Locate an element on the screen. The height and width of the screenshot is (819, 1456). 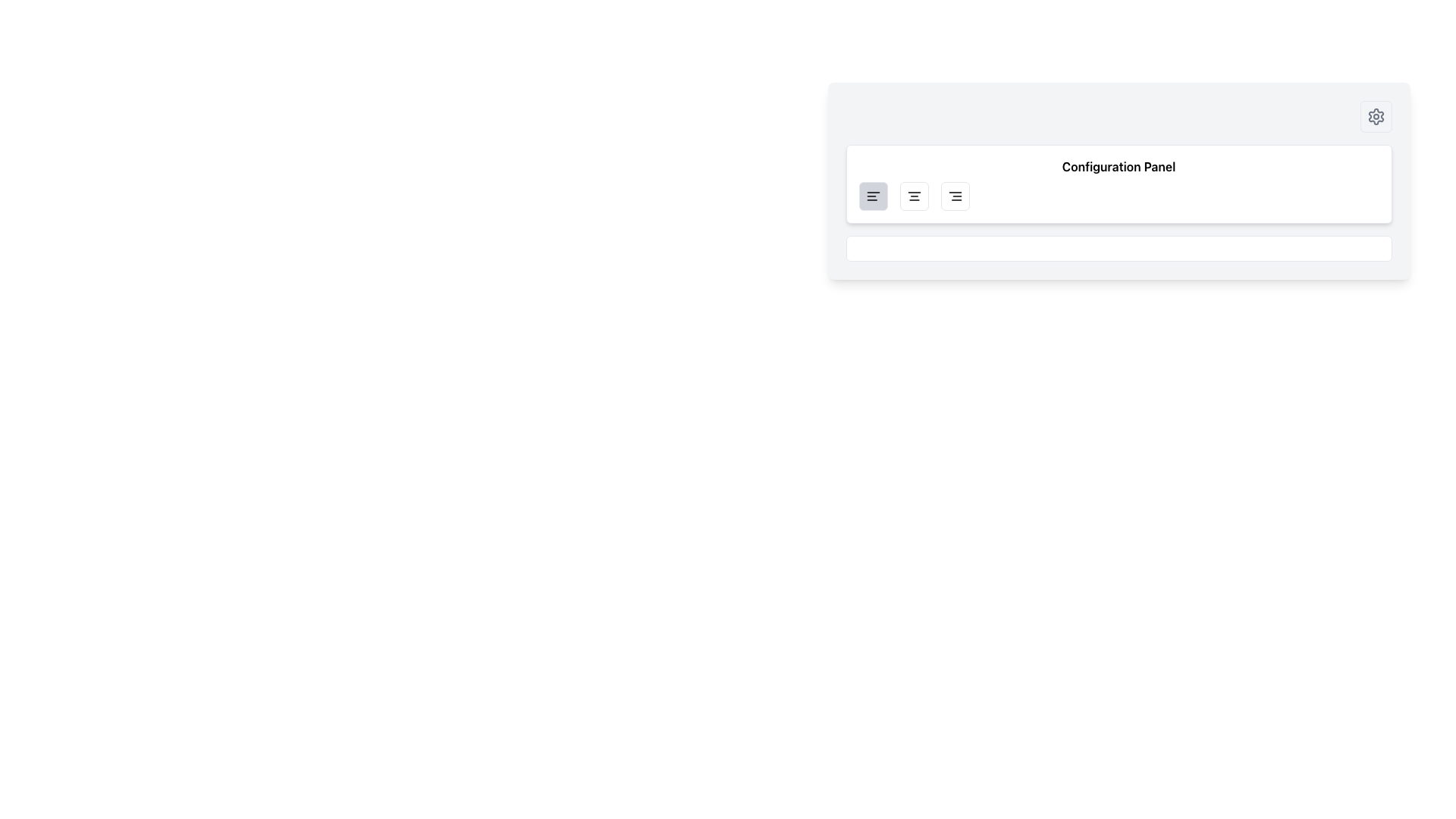
the gear-like icon located at the top-right corner of the configuration panel is located at coordinates (1376, 116).